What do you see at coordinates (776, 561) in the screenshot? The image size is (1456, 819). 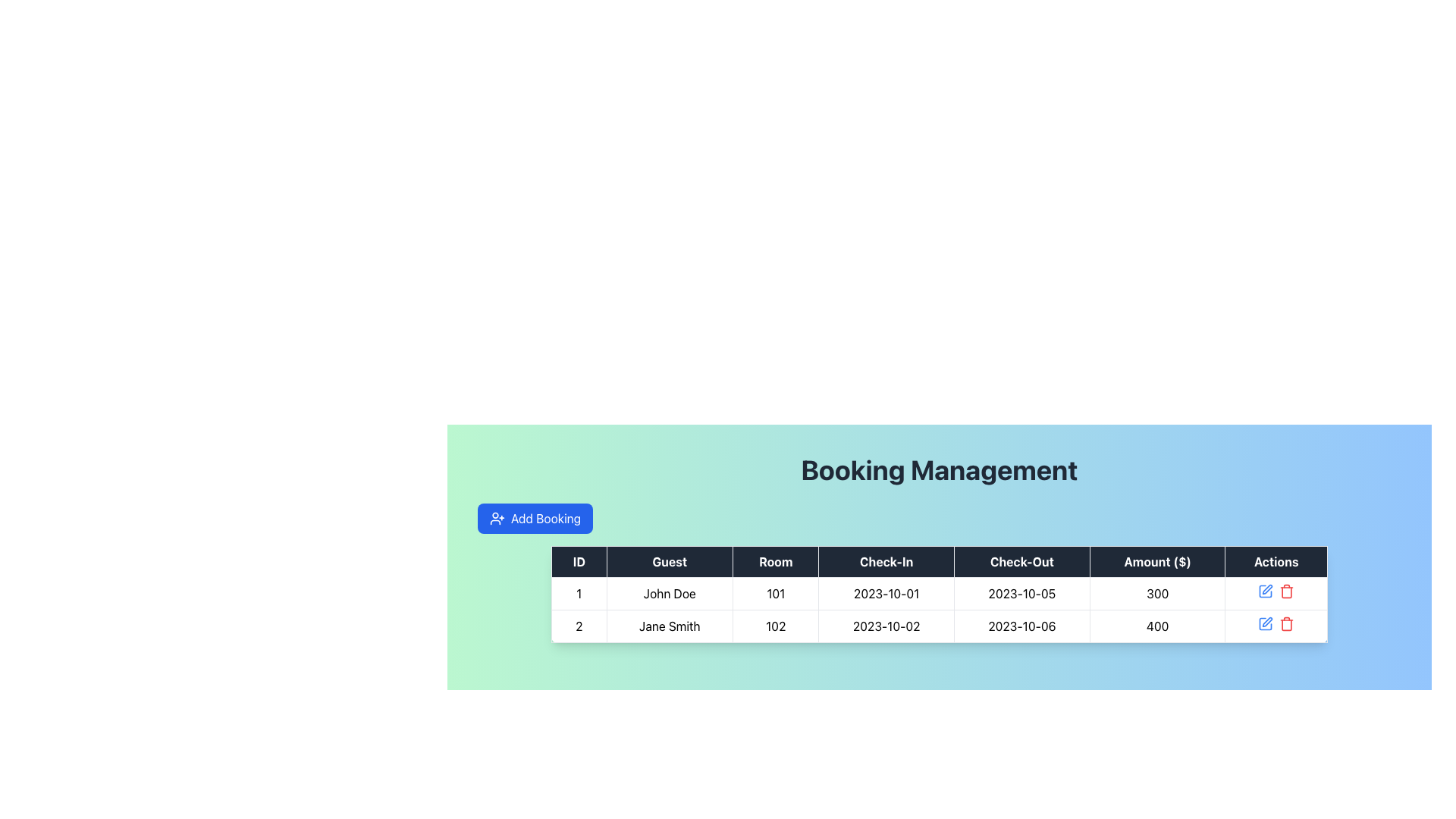 I see `the Table Header Cell for the 'Room' column, which is the third cell in the header row, positioned between 'Guest' and 'Check-In'` at bounding box center [776, 561].